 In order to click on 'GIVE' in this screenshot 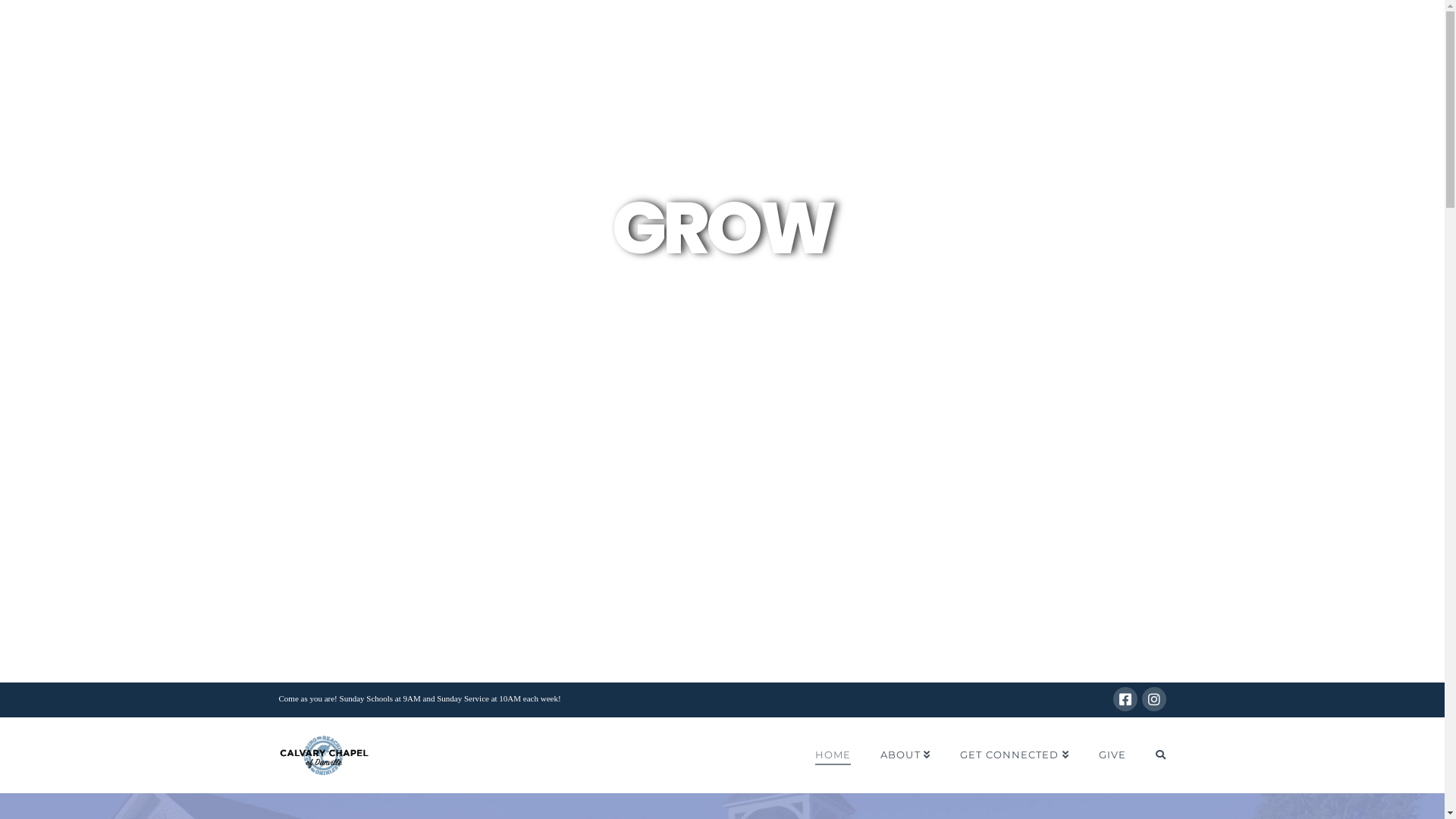, I will do `click(1083, 755)`.